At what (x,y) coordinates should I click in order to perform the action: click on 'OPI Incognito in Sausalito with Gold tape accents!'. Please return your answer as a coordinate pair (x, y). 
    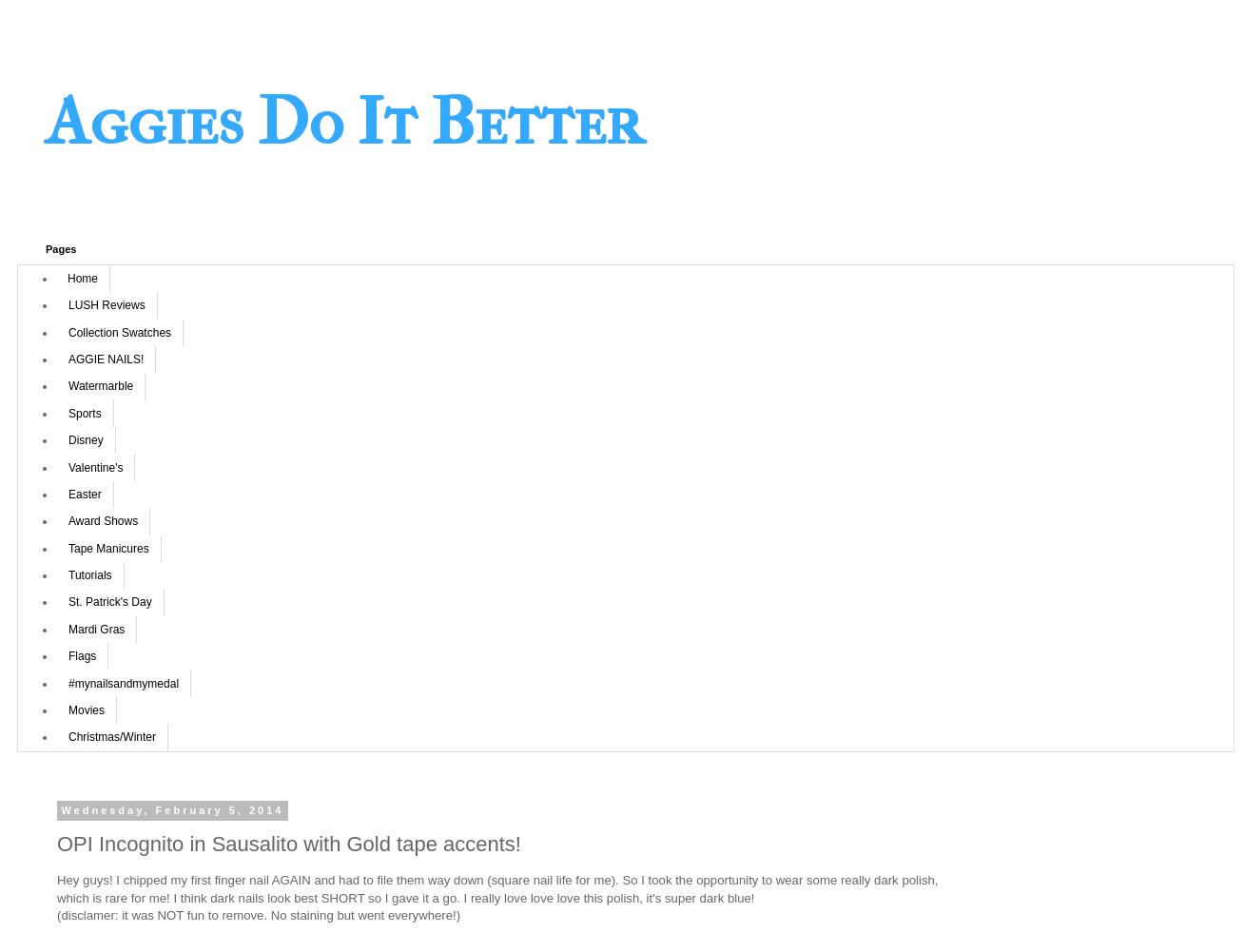
    Looking at the image, I should click on (287, 844).